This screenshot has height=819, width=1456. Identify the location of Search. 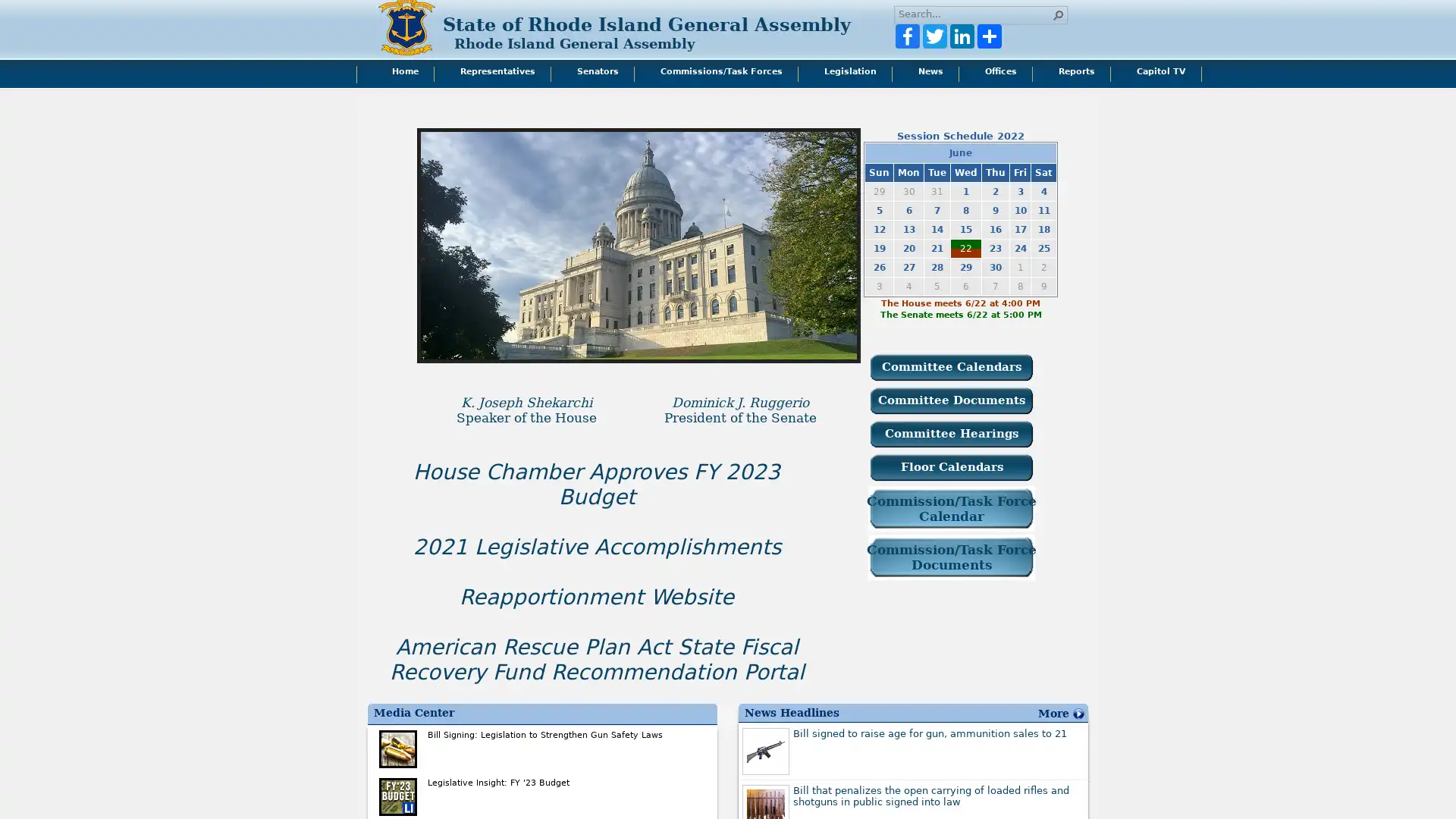
(1058, 14).